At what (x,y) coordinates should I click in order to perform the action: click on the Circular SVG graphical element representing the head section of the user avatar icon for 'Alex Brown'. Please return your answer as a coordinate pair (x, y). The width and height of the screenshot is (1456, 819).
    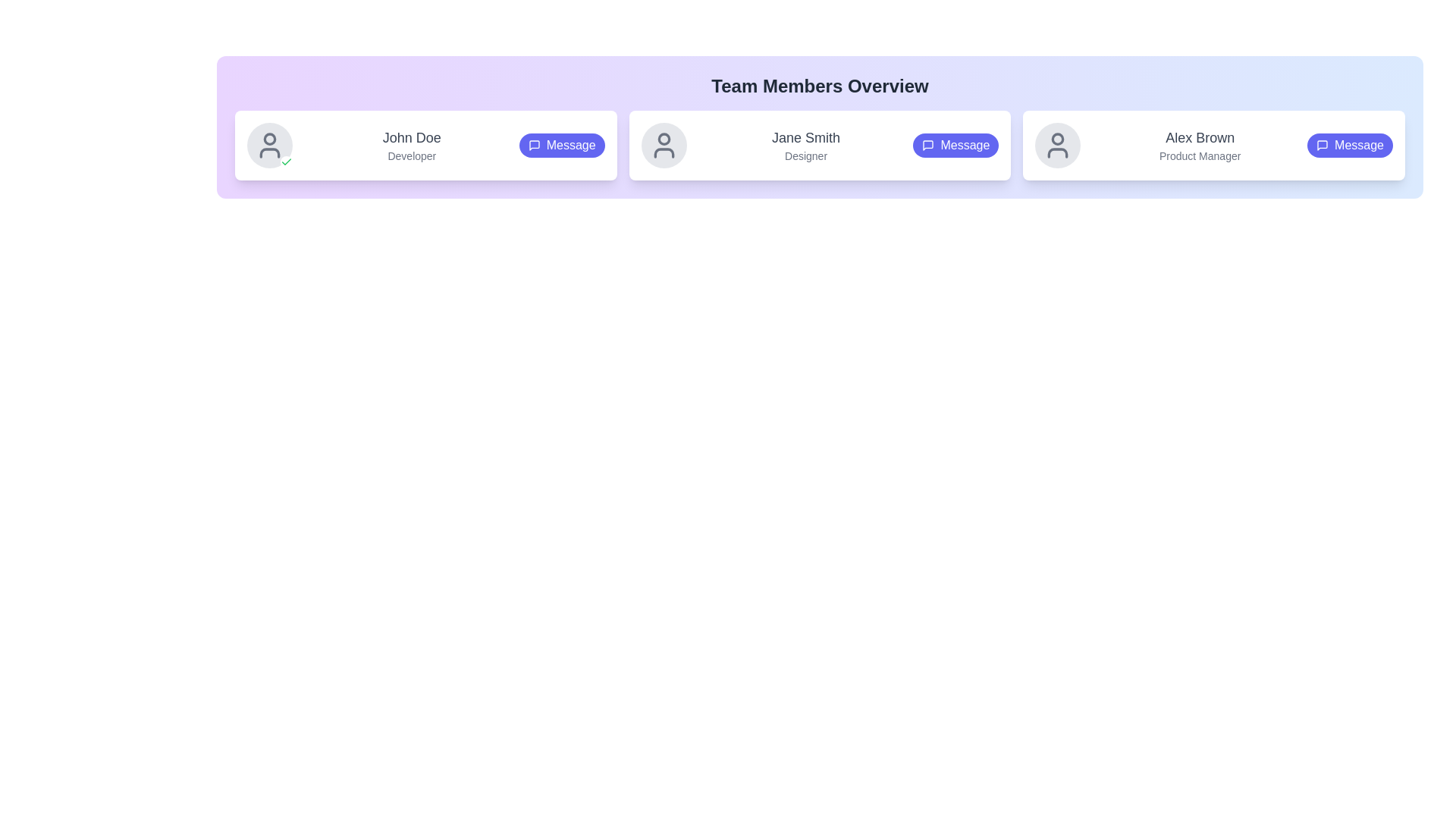
    Looking at the image, I should click on (1057, 139).